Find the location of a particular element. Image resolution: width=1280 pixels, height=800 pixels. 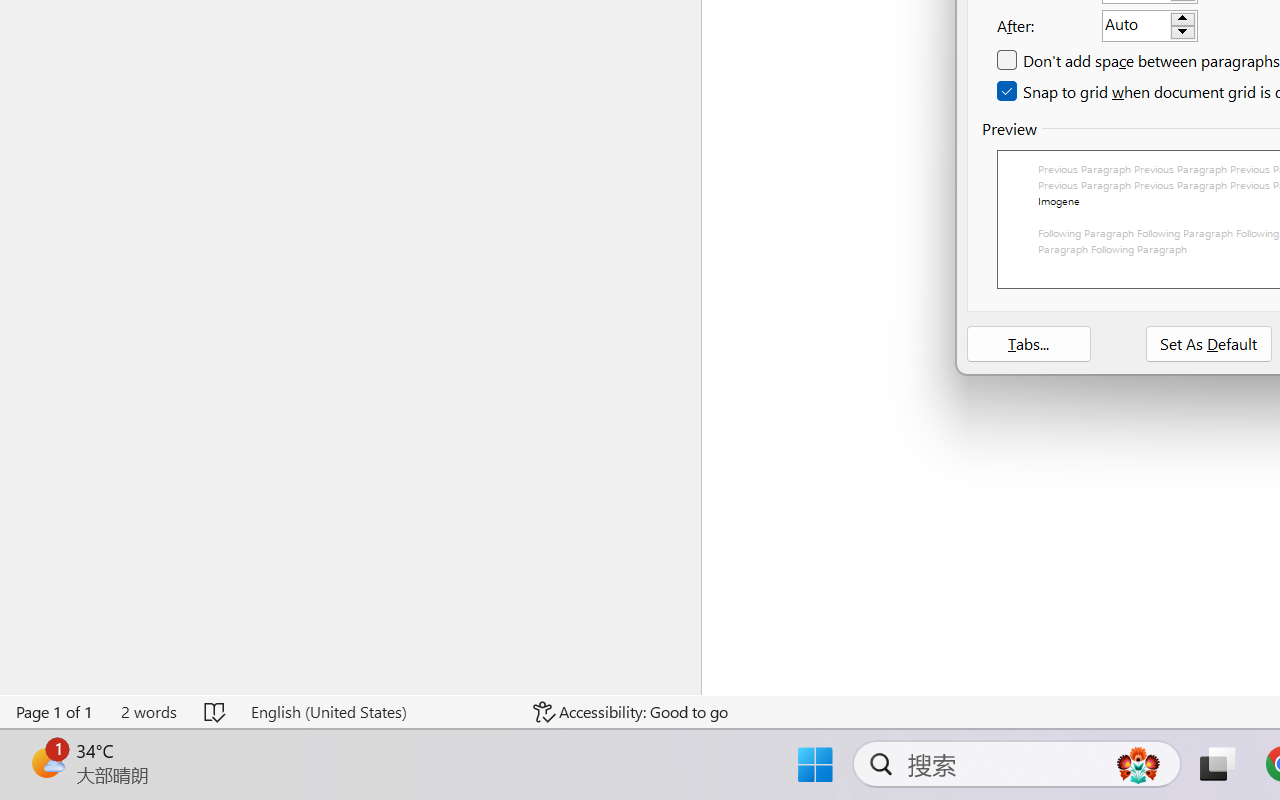

'Tabs...' is located at coordinates (1029, 344).